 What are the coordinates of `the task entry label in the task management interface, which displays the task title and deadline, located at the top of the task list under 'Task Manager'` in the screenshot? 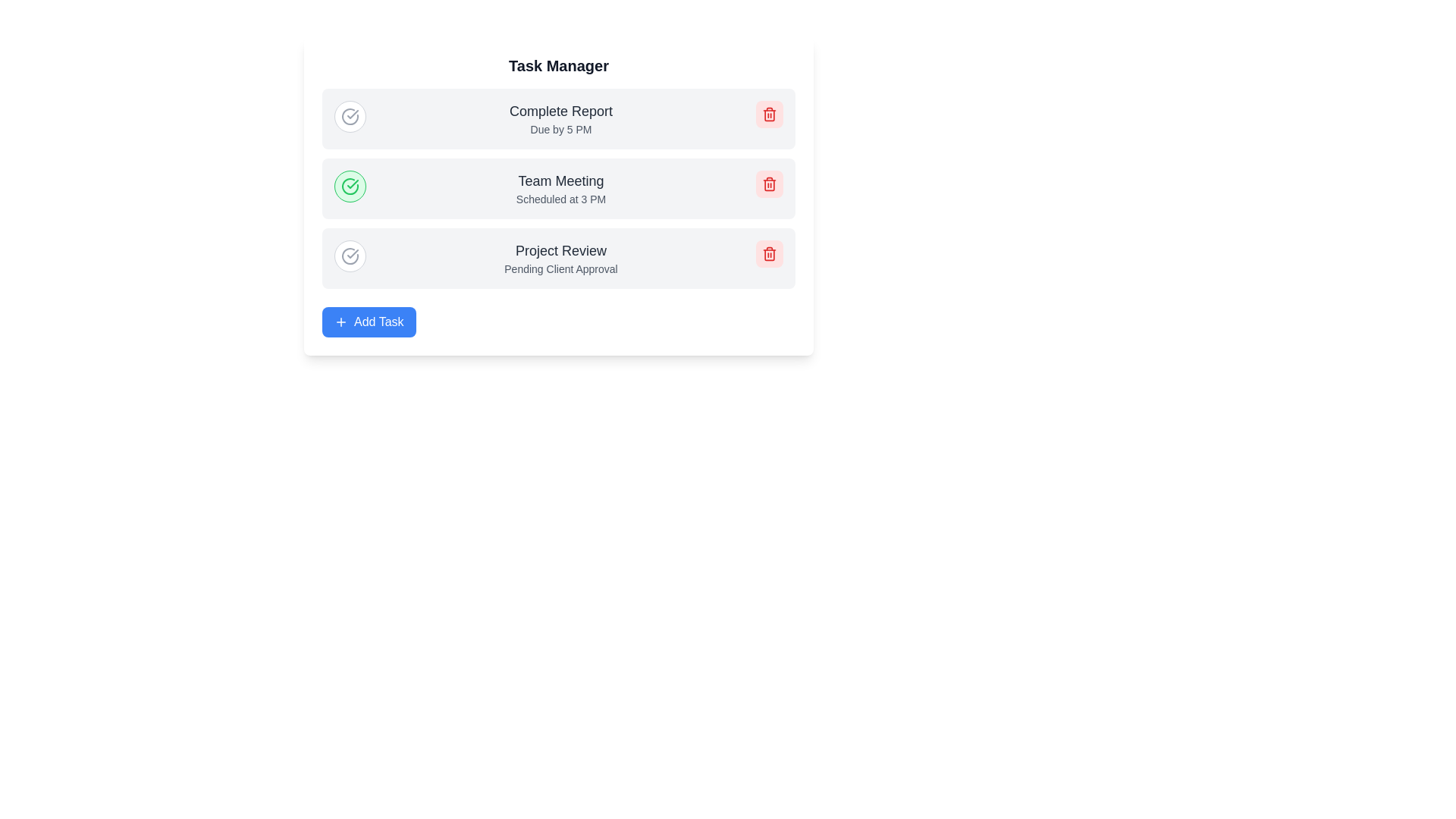 It's located at (560, 118).